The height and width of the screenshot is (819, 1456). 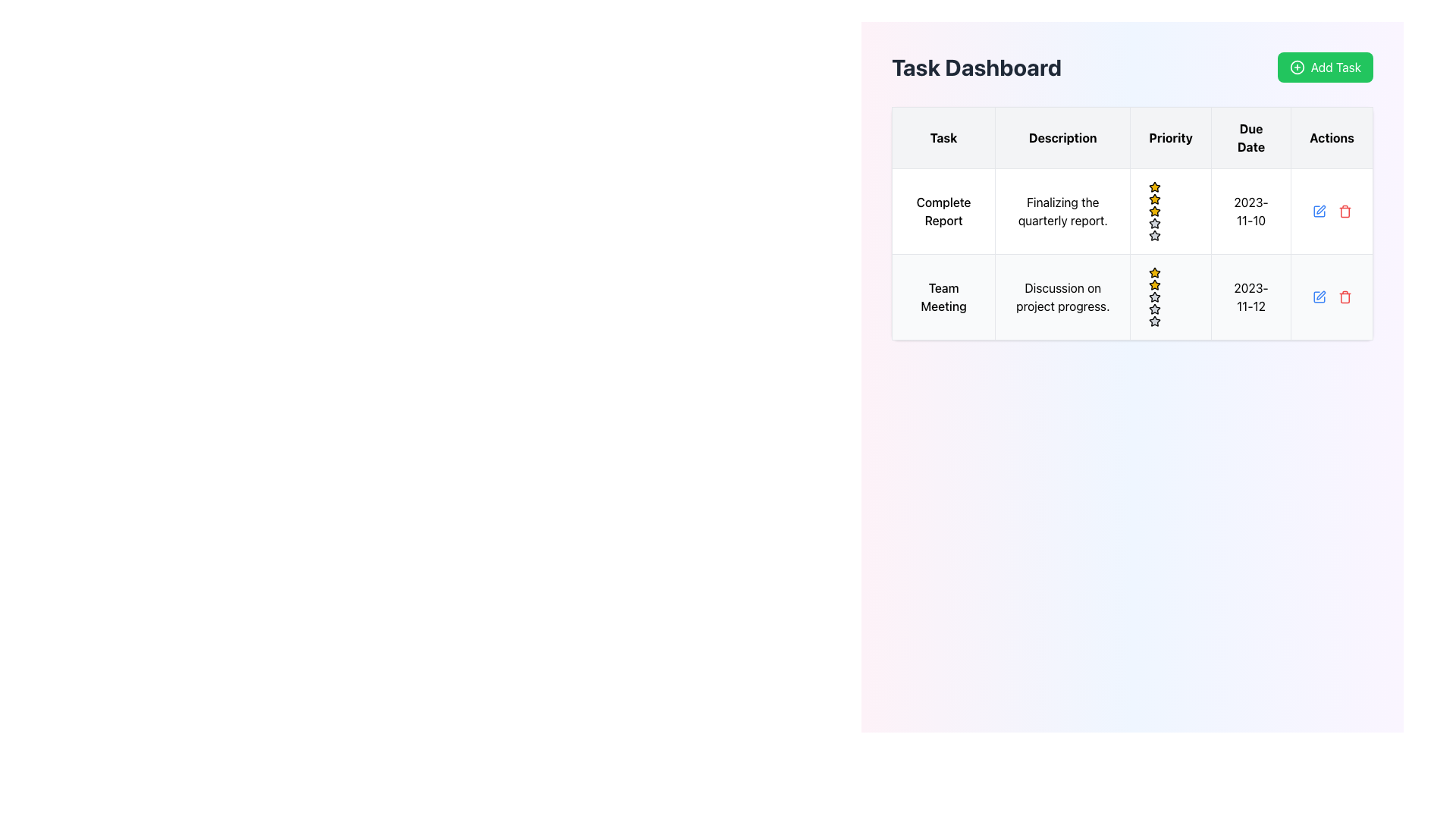 I want to click on the red trash icon button located in the 'Actions' column of the table, so click(x=1345, y=211).